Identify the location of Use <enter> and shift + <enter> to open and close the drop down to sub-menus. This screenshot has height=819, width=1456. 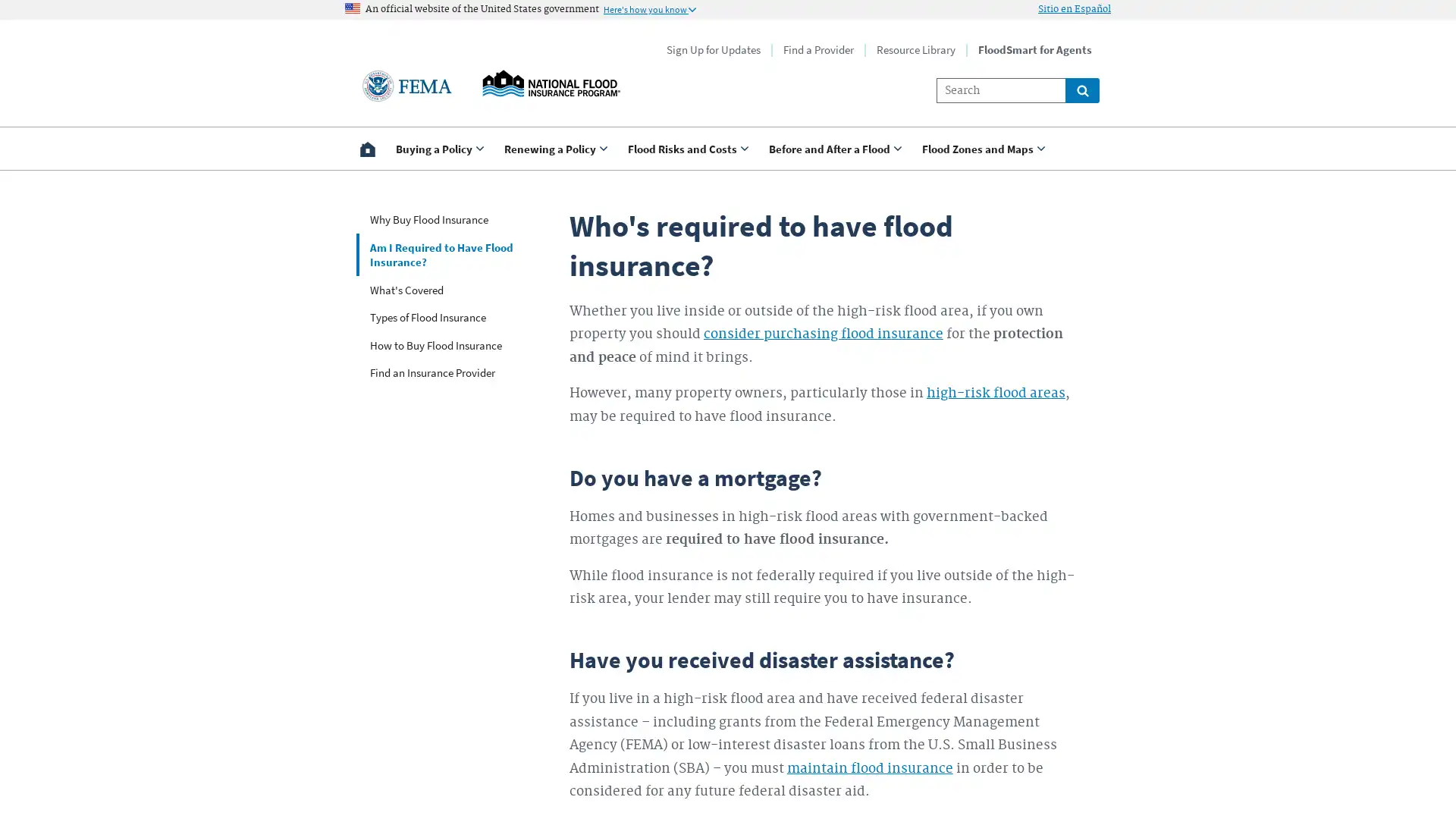
(986, 148).